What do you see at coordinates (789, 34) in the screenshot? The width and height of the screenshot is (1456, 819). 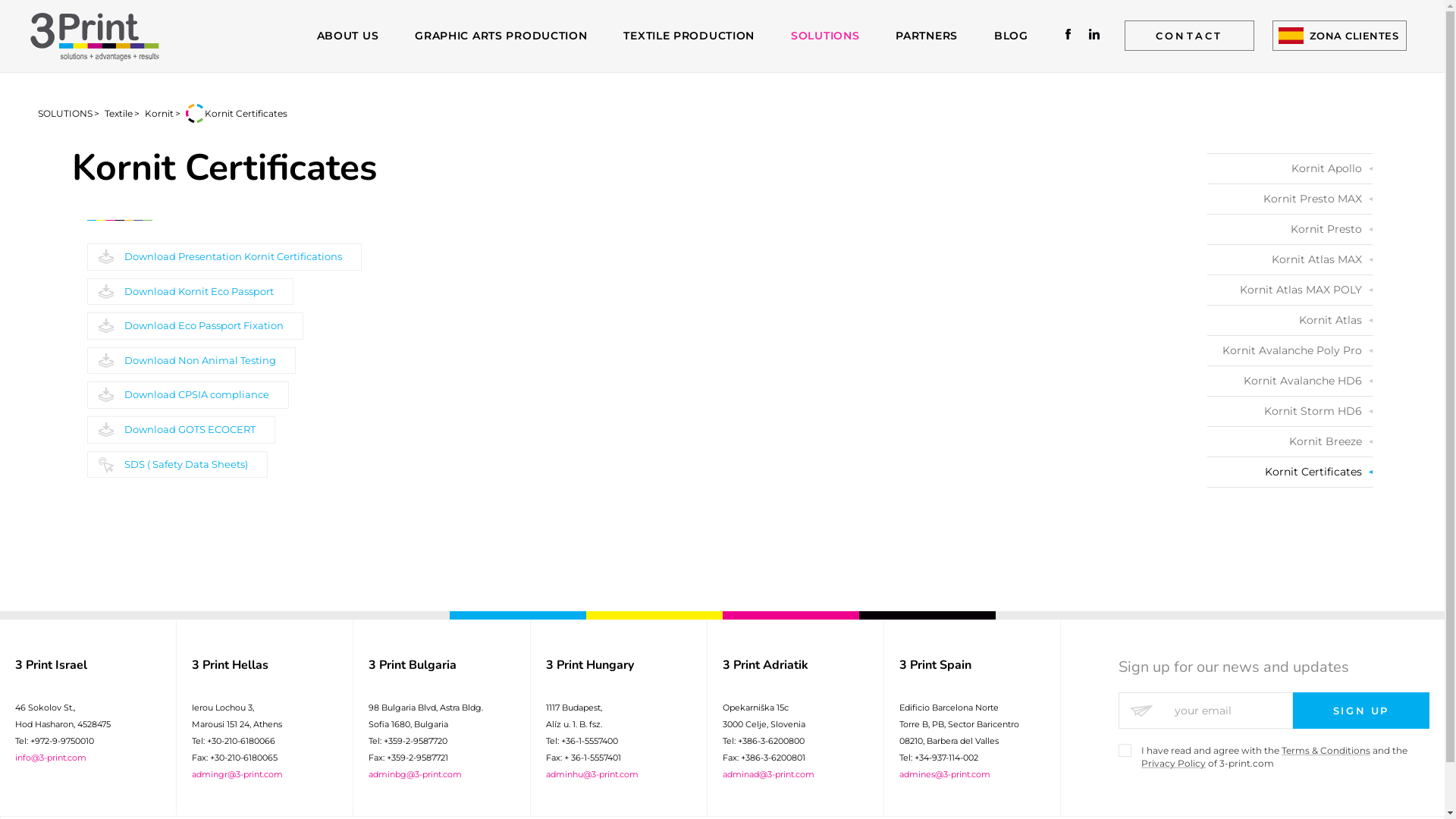 I see `'SOLUTIONS'` at bounding box center [789, 34].